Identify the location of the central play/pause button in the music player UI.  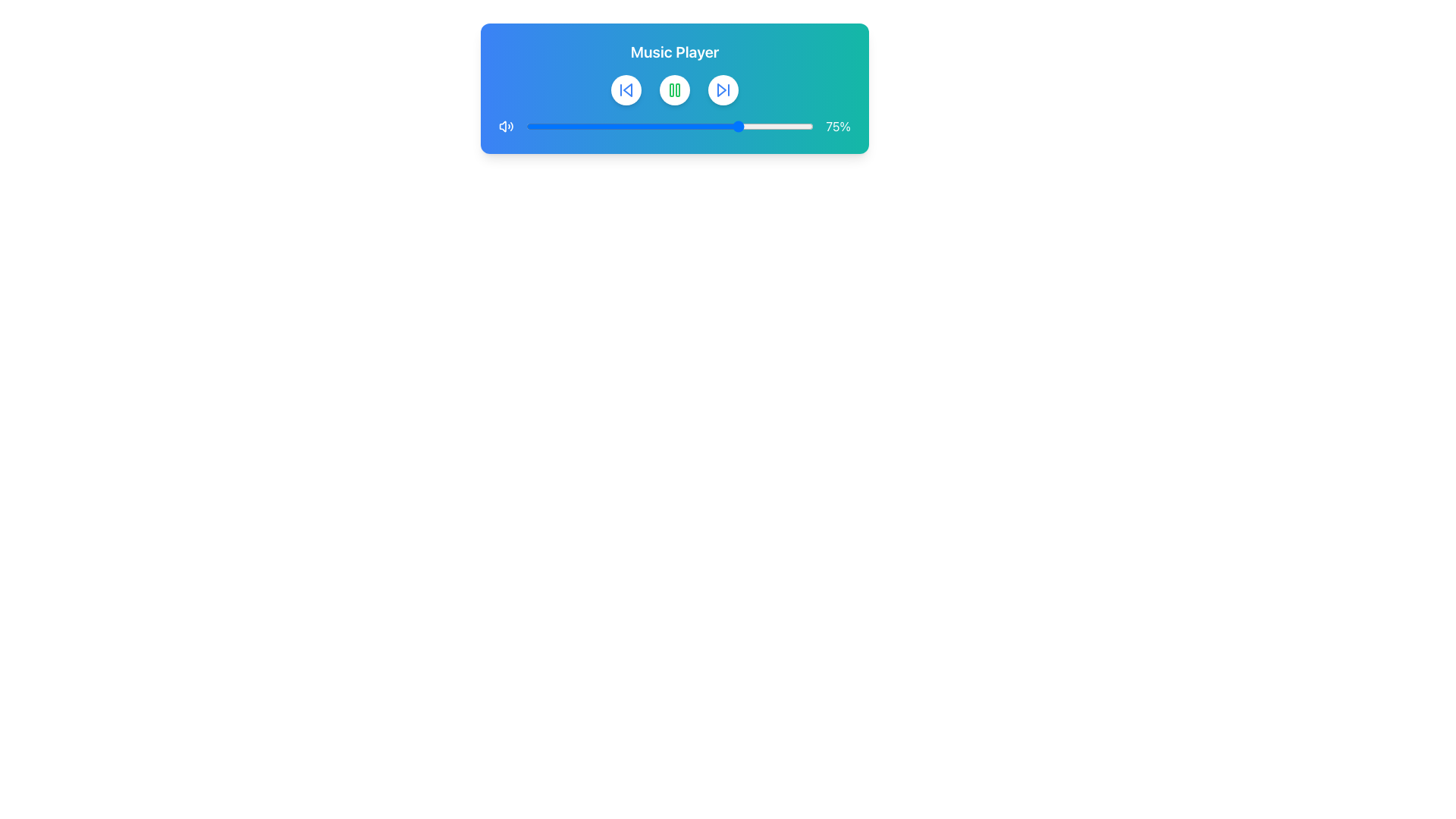
(673, 90).